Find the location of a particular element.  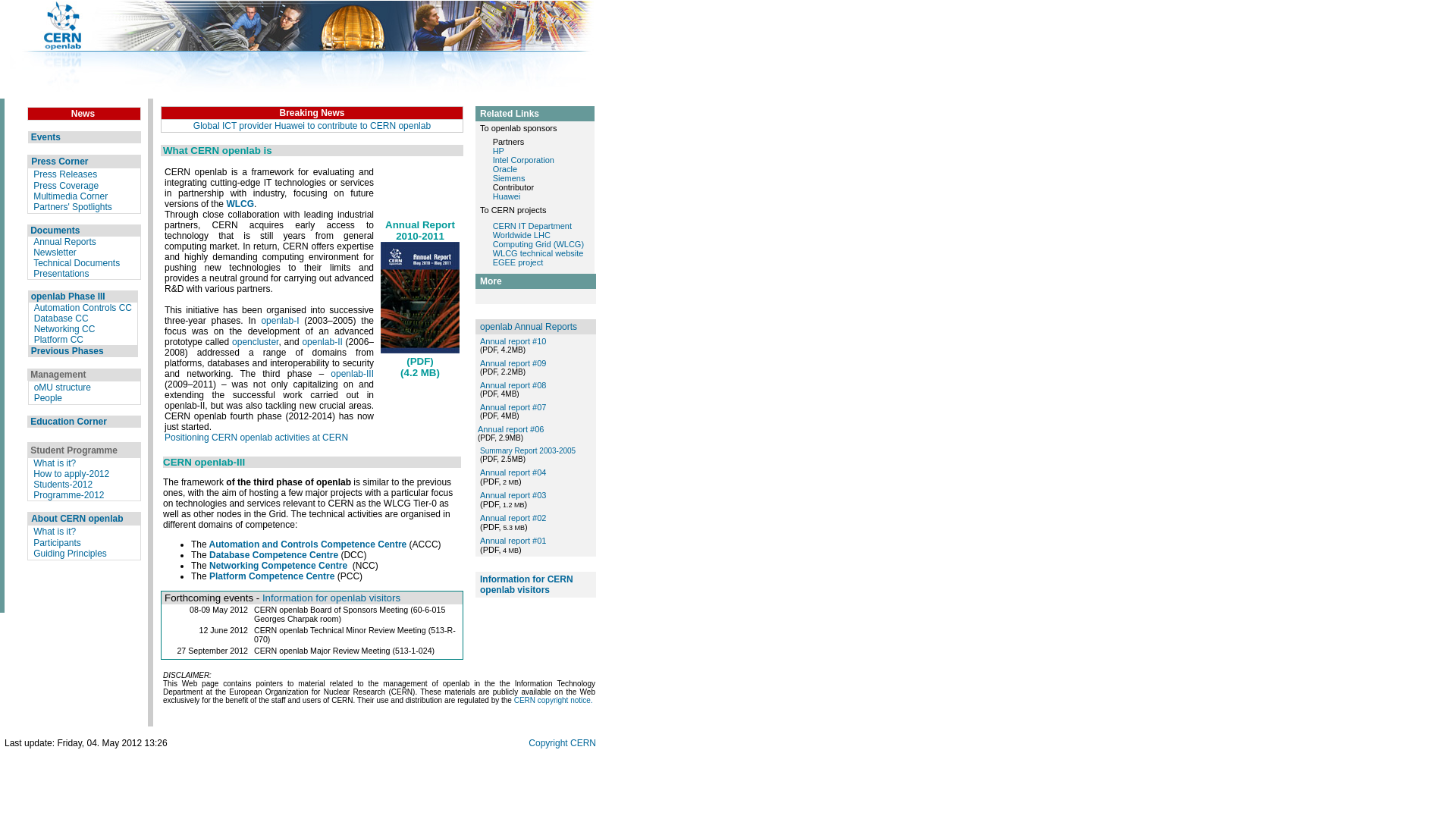

'Press Releases' is located at coordinates (64, 172).